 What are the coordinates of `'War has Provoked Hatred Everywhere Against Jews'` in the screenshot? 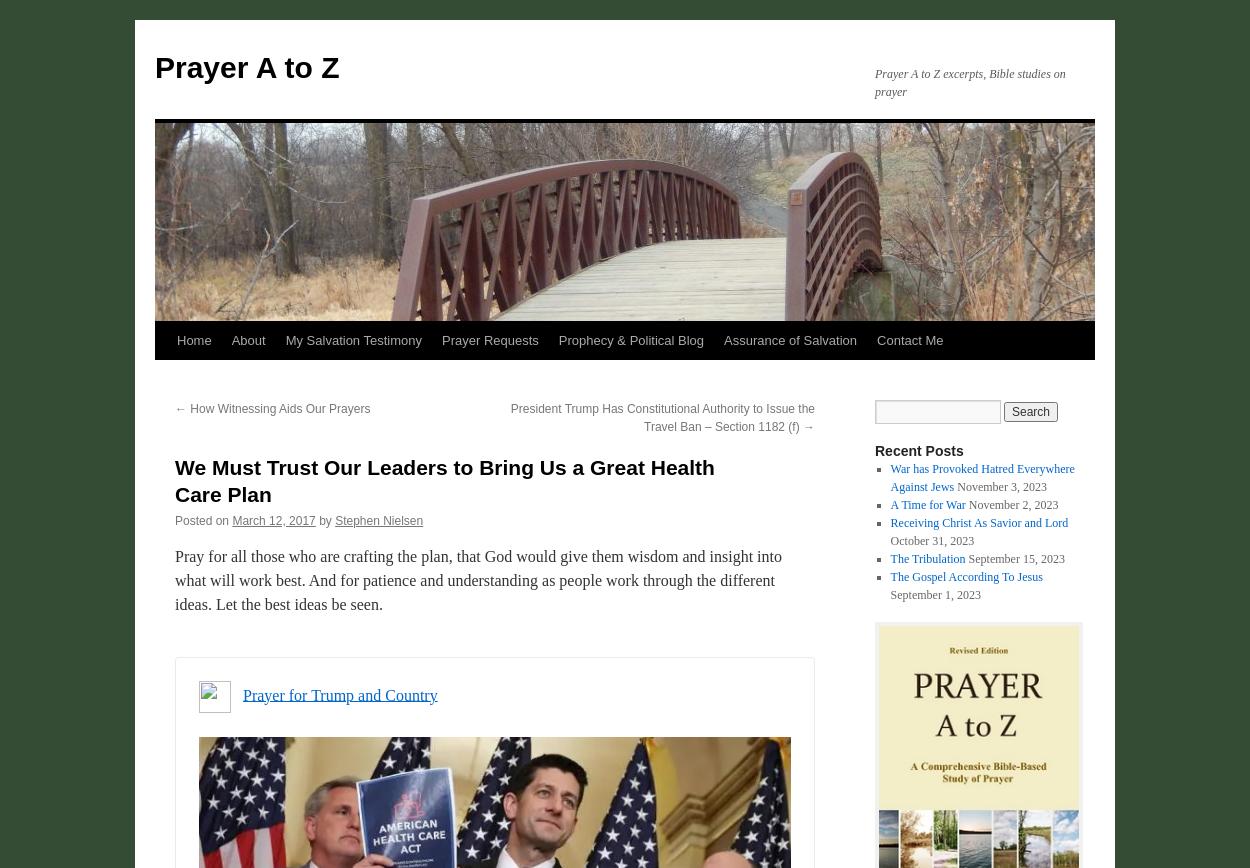 It's located at (981, 478).